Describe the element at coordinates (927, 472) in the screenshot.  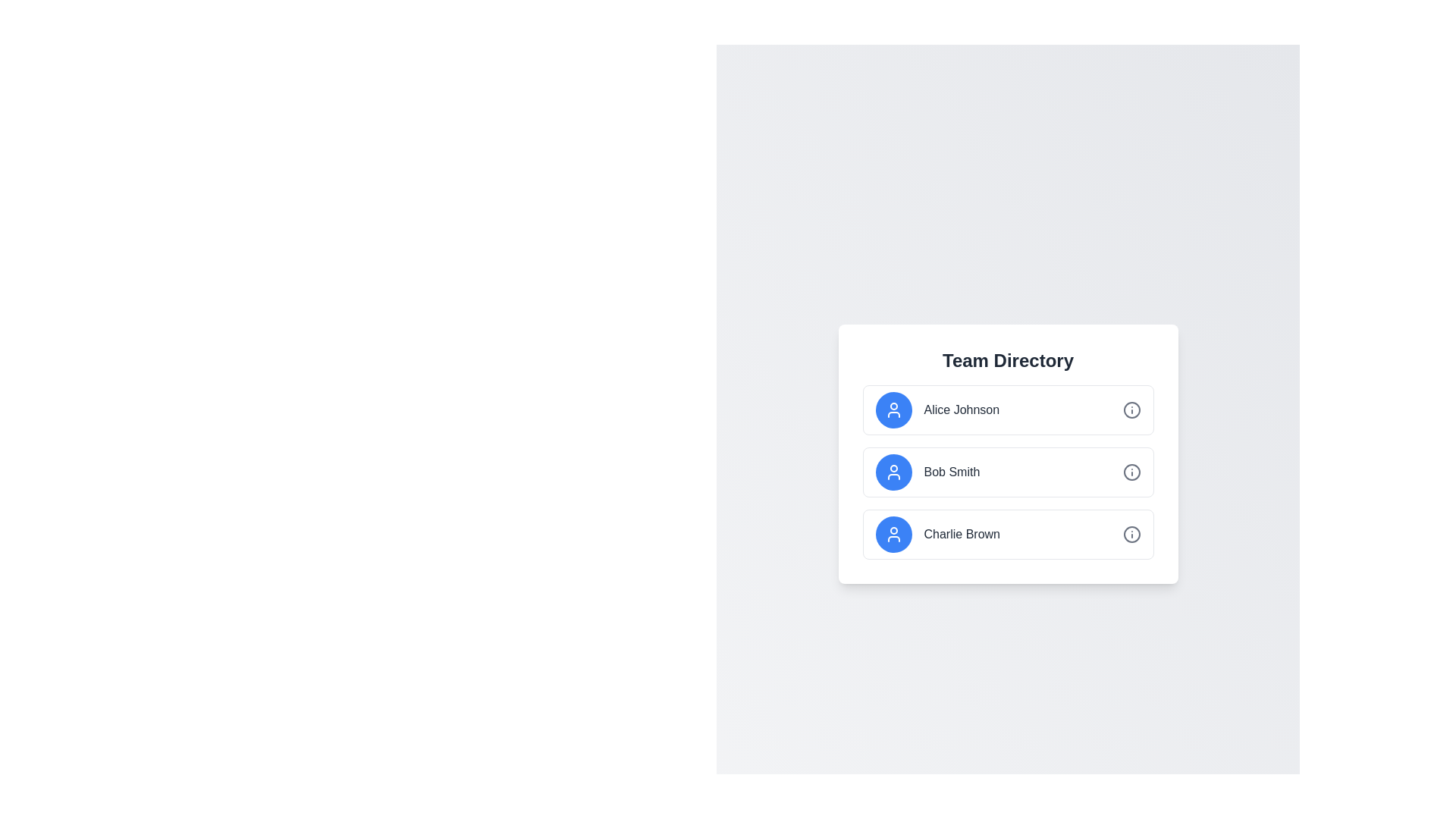
I see `the list item representing user 'Bob Smith' in the Team Directory` at that location.